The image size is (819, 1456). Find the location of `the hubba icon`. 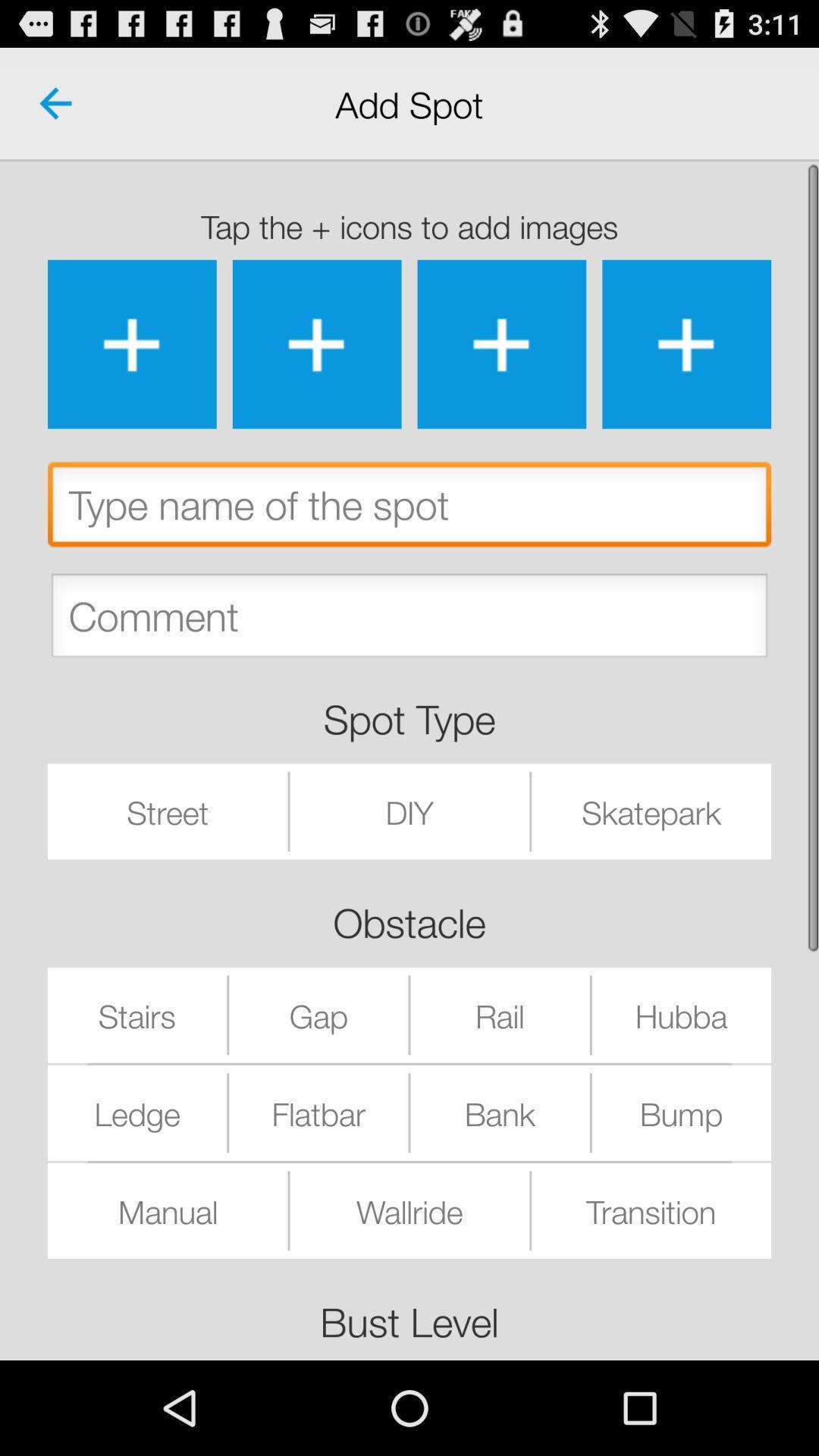

the hubba icon is located at coordinates (680, 1015).